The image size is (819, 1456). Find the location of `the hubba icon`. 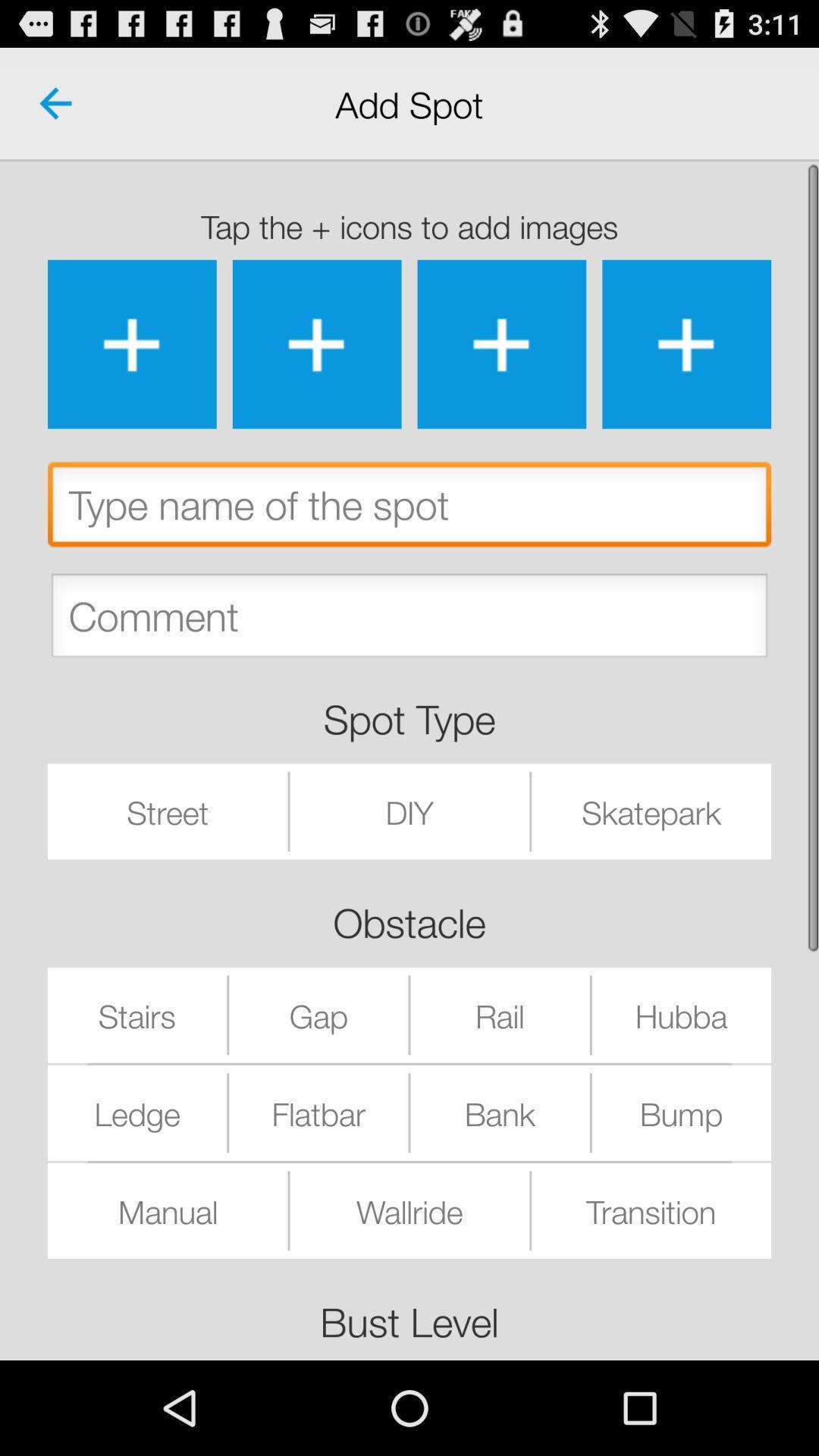

the hubba icon is located at coordinates (680, 1015).